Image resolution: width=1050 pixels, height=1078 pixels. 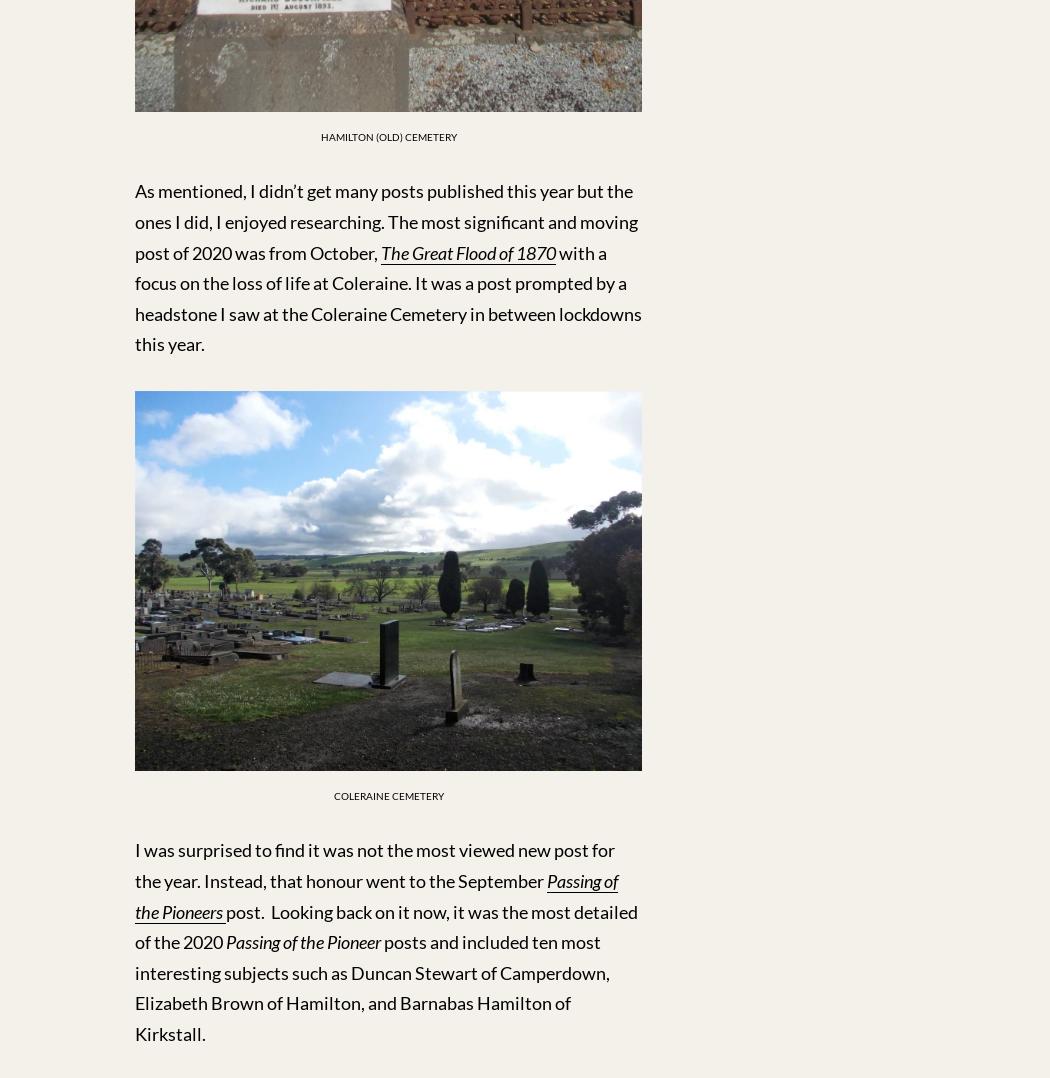 I want to click on 'I was surprised to find it was not the most viewed new post for the year. Instead, that honour went to the September', so click(x=373, y=864).